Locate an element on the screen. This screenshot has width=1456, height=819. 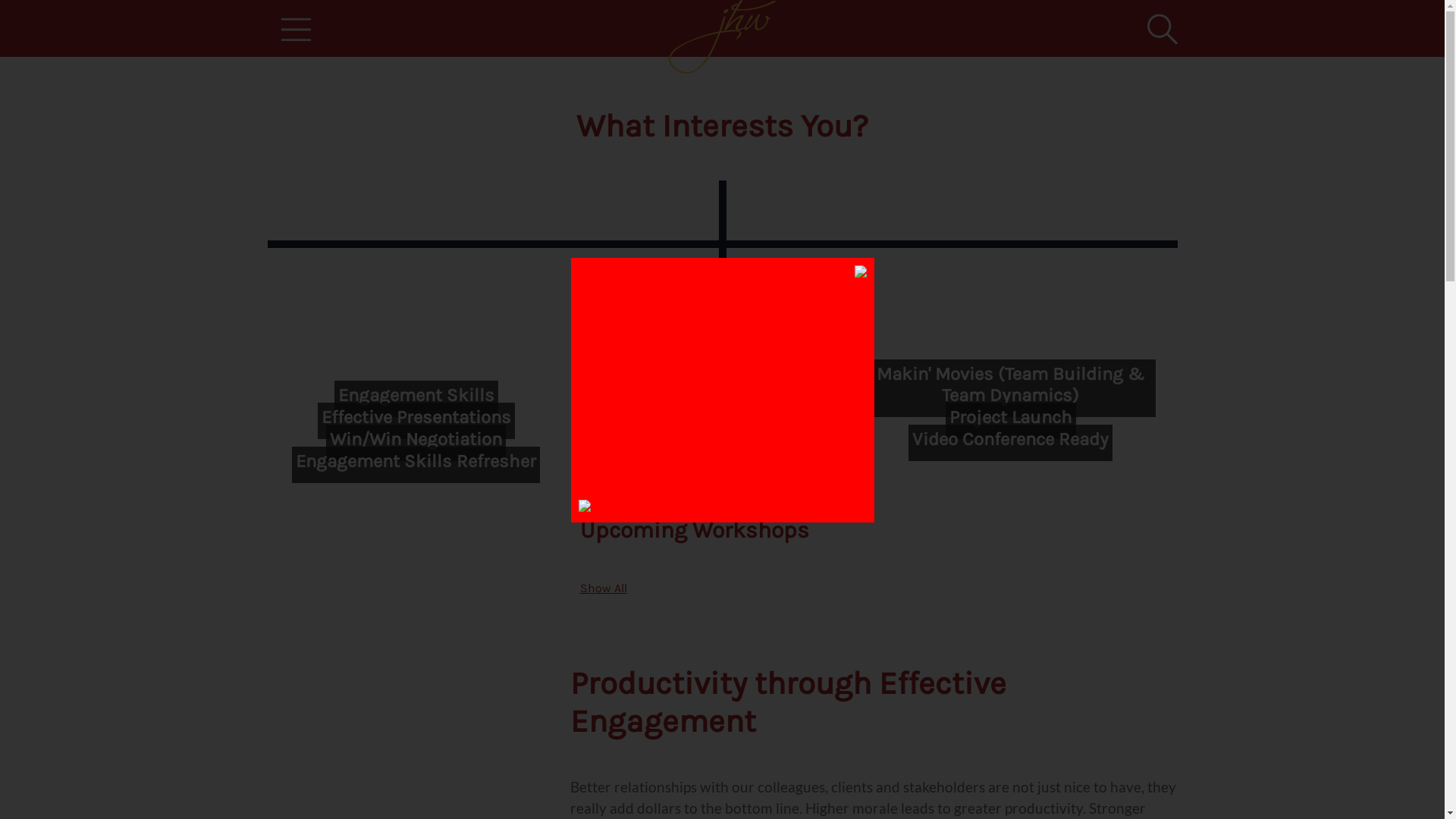
'Show All' is located at coordinates (602, 587).